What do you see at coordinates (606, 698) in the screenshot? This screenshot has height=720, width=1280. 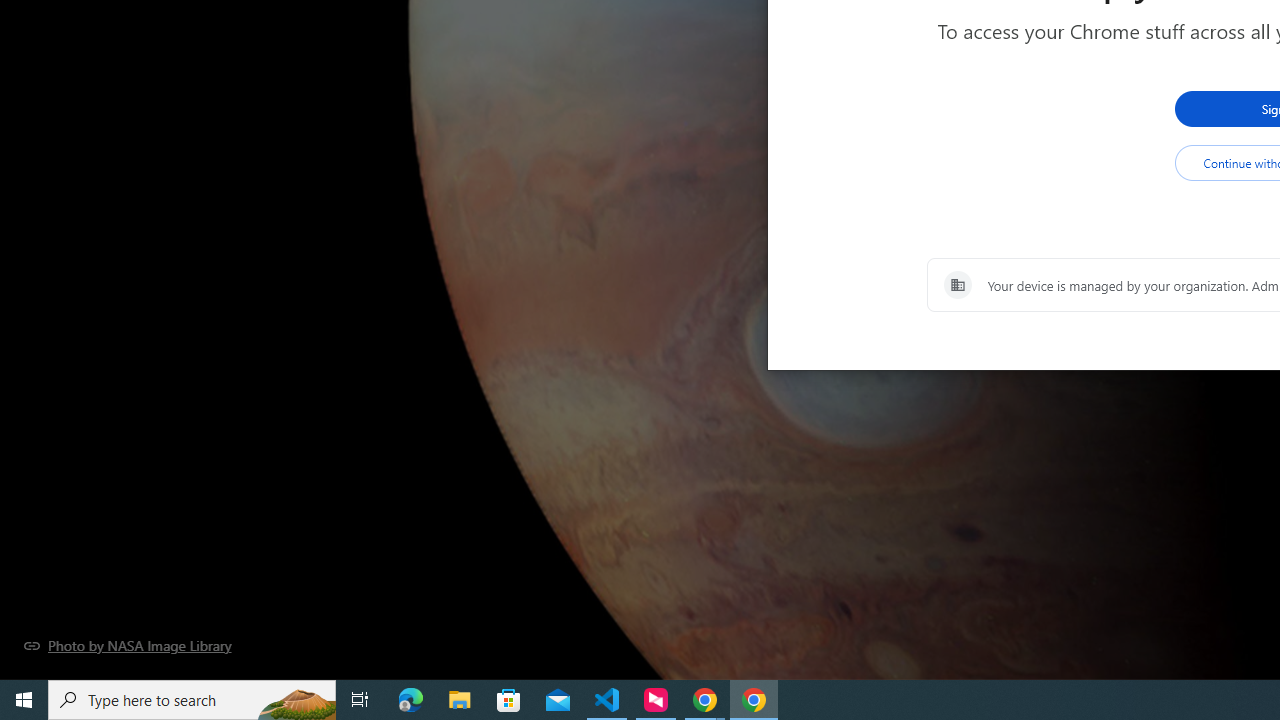 I see `'Visual Studio Code - 1 running window'` at bounding box center [606, 698].